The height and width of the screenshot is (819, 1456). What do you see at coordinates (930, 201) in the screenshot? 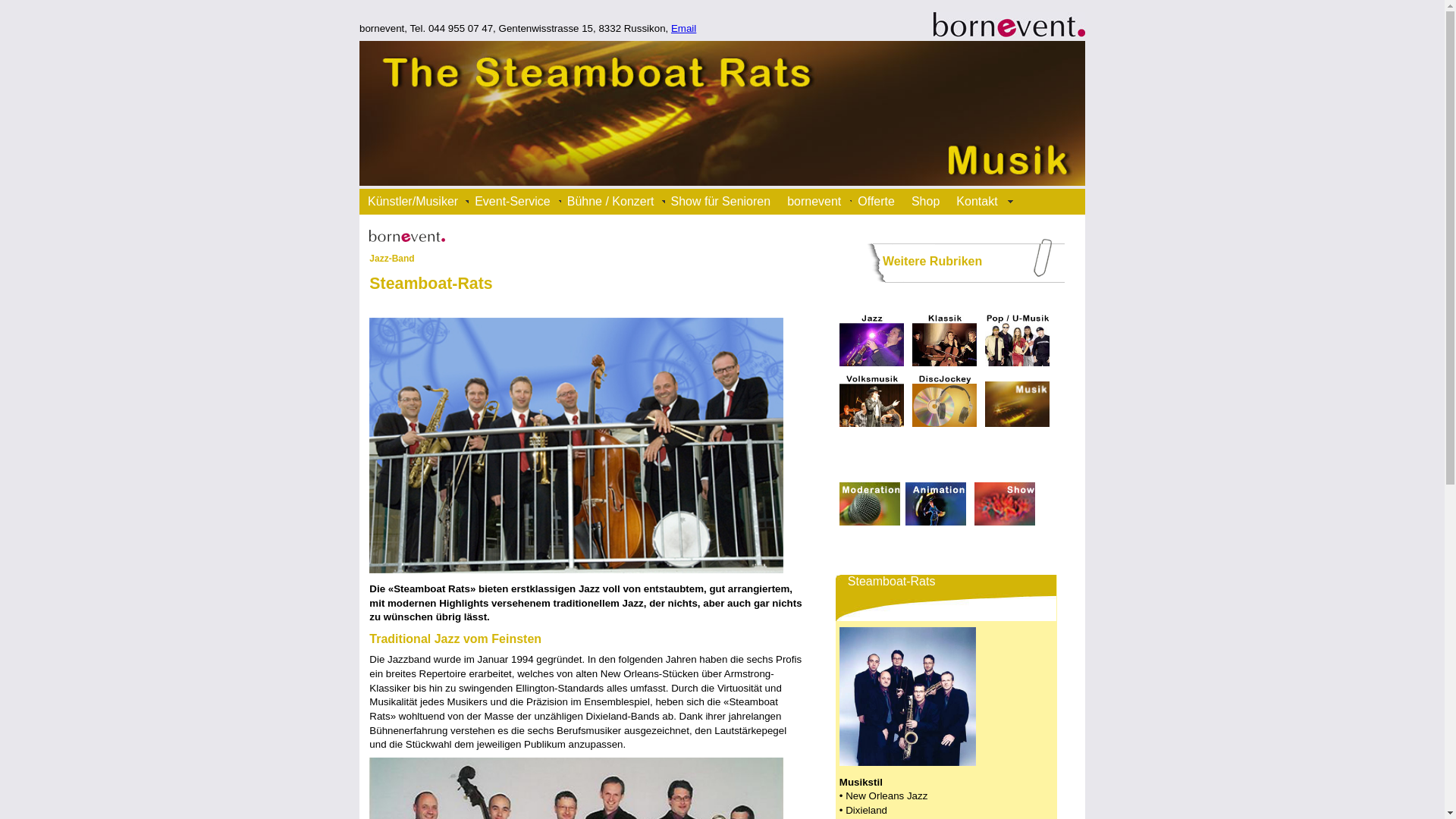
I see `'Shop'` at bounding box center [930, 201].